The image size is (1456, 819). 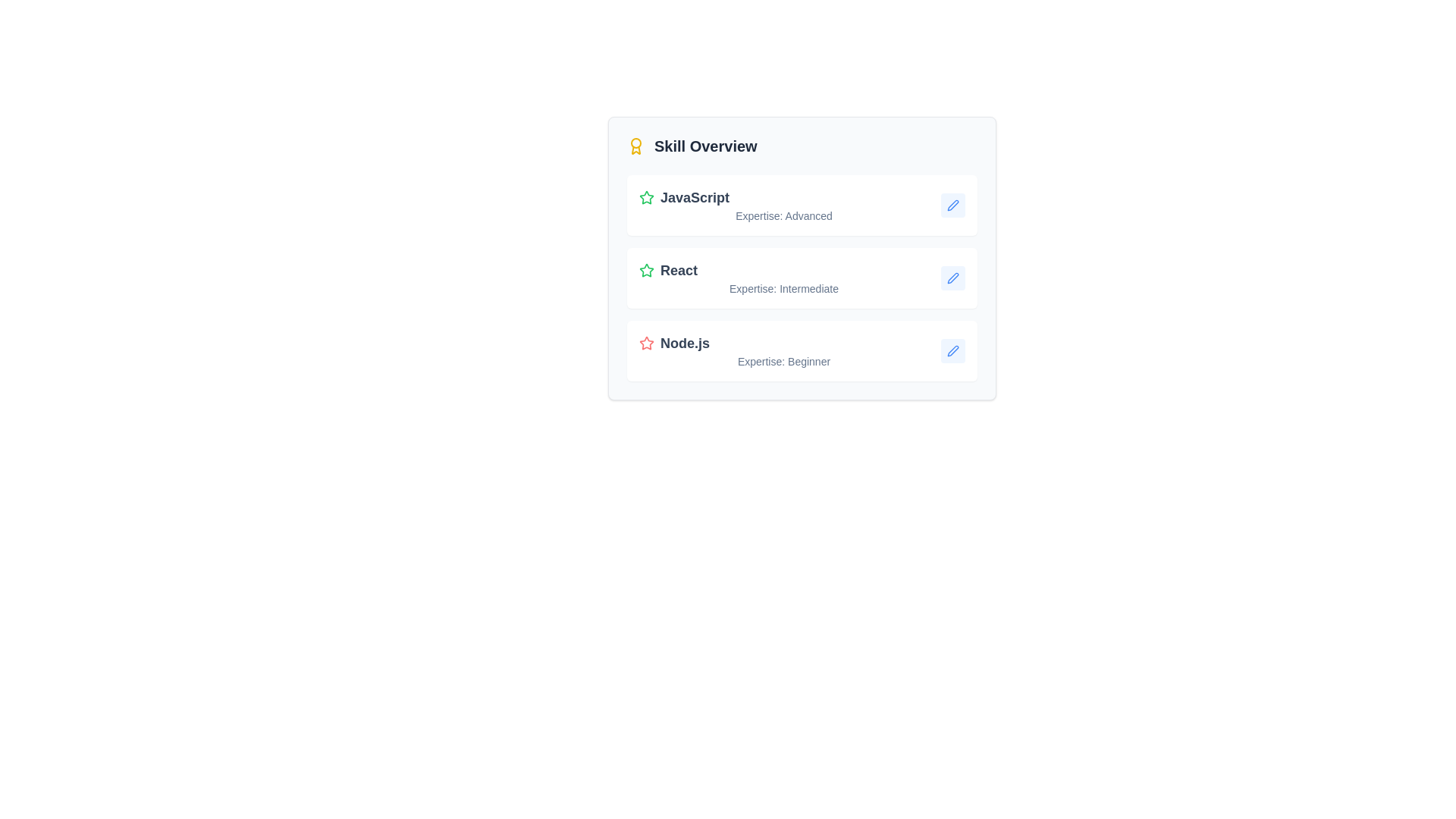 What do you see at coordinates (952, 278) in the screenshot?
I see `the edit button located next to the 'Expertise: Intermediate' text in the 'React' section of the 'Skill Overview' panel to change its background color` at bounding box center [952, 278].